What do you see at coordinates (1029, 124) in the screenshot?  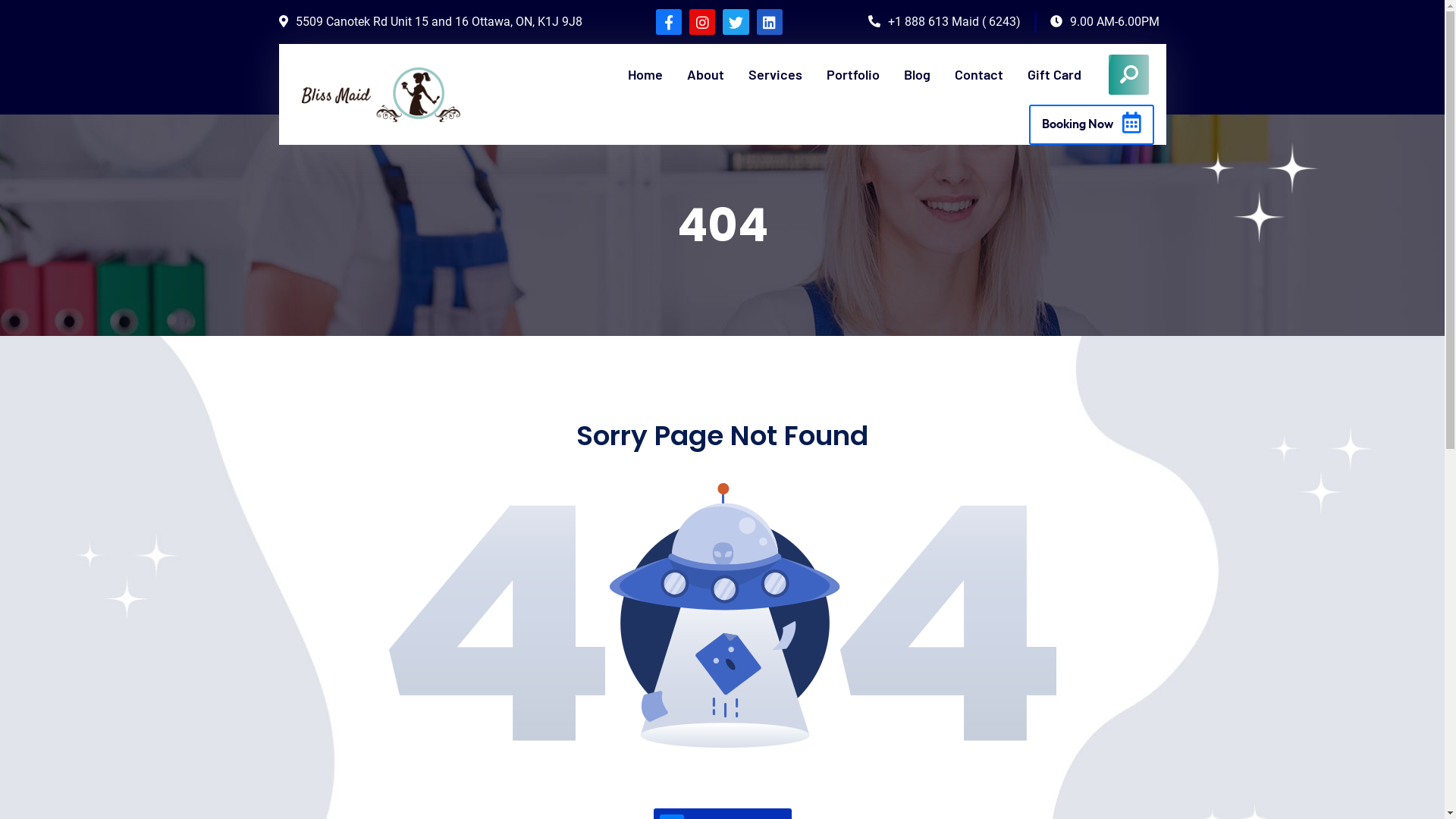 I see `'Booking Now'` at bounding box center [1029, 124].